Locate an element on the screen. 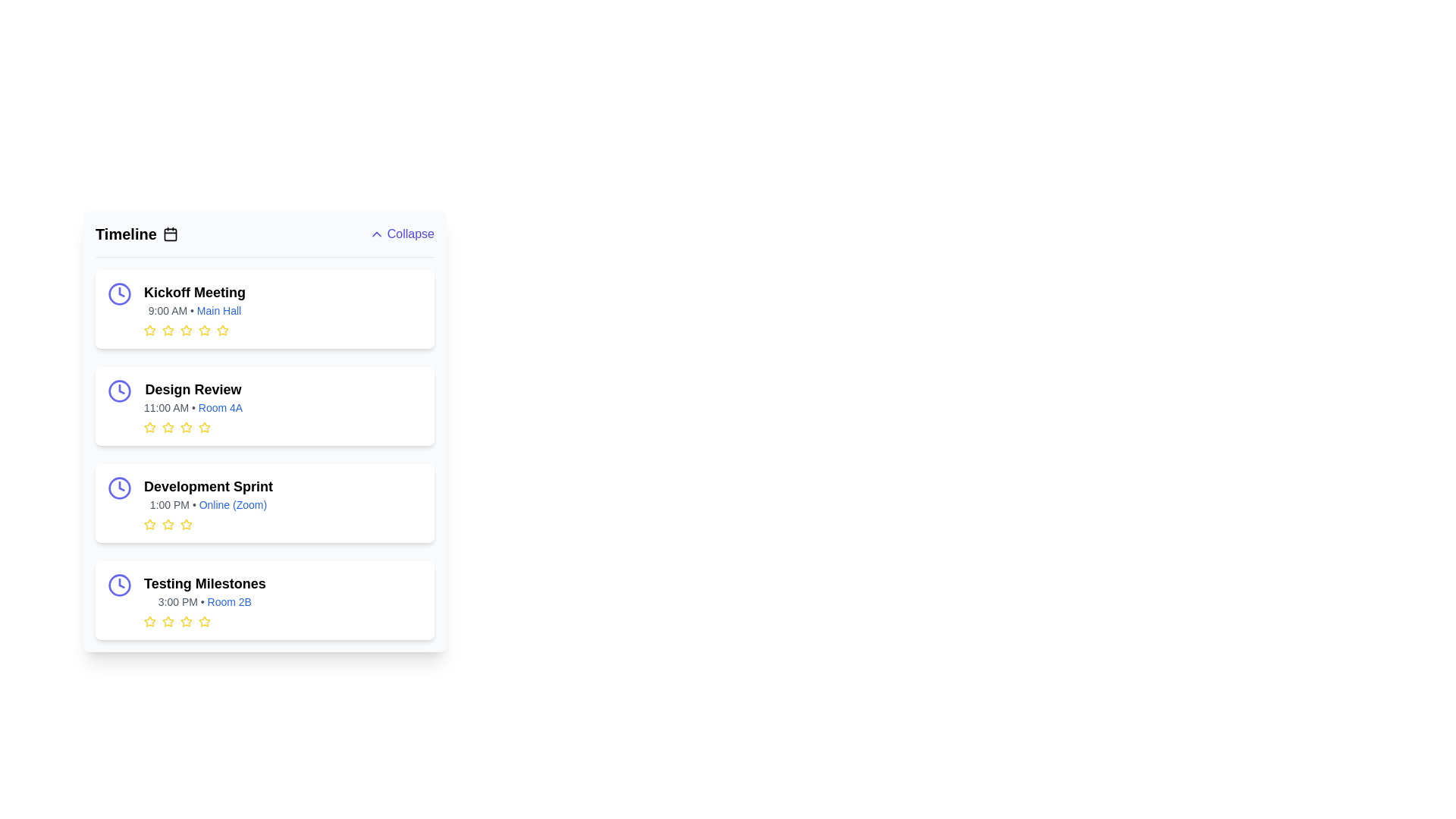 The image size is (1456, 819). the text label displaying '1:00 PM • Online (Zoom)' located in the 'Development Sprint' section of the timeline interface, positioned below the title 'Development Sprint' is located at coordinates (207, 505).